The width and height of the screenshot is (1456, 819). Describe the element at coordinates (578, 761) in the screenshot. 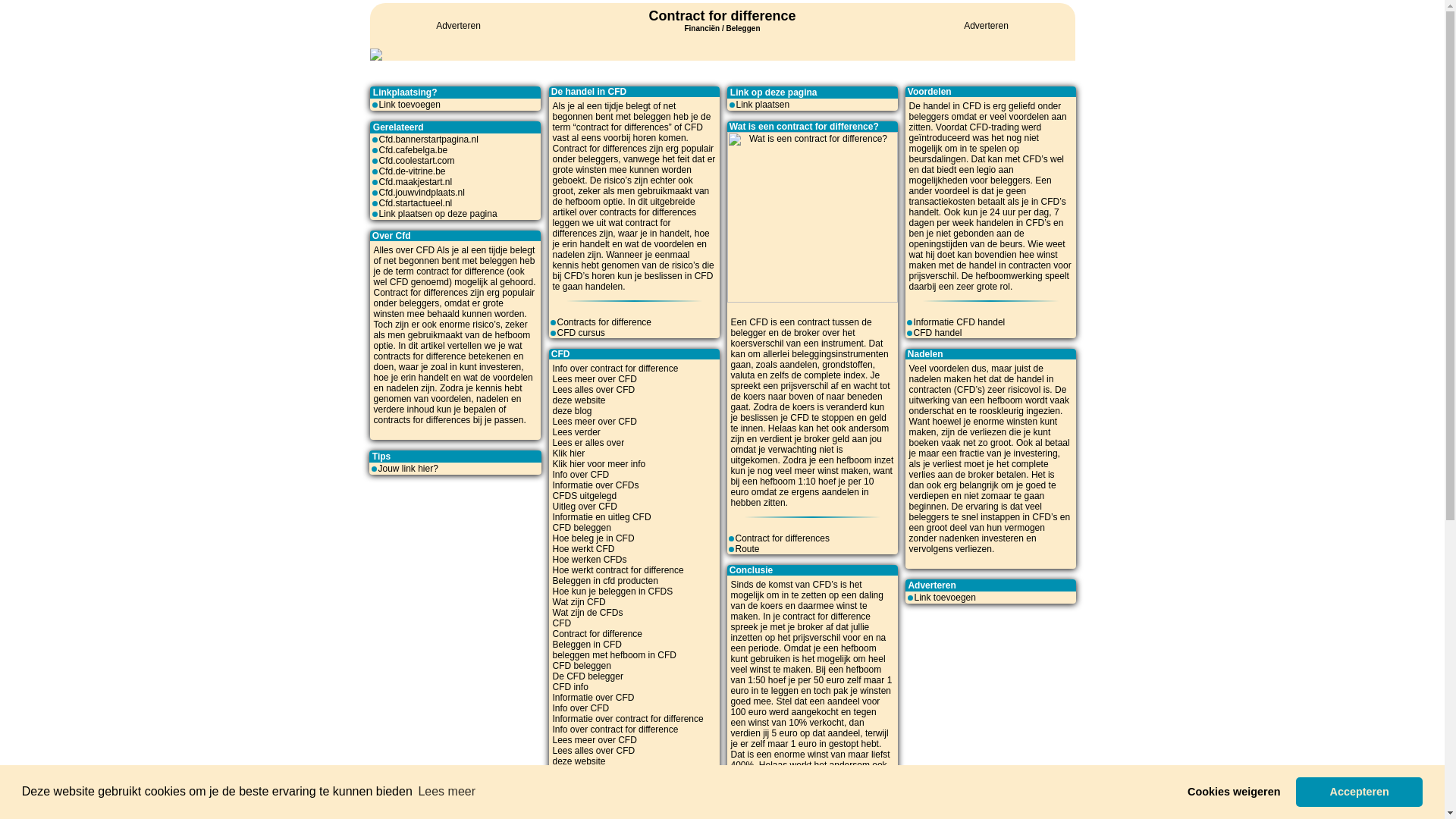

I see `'deze website'` at that location.